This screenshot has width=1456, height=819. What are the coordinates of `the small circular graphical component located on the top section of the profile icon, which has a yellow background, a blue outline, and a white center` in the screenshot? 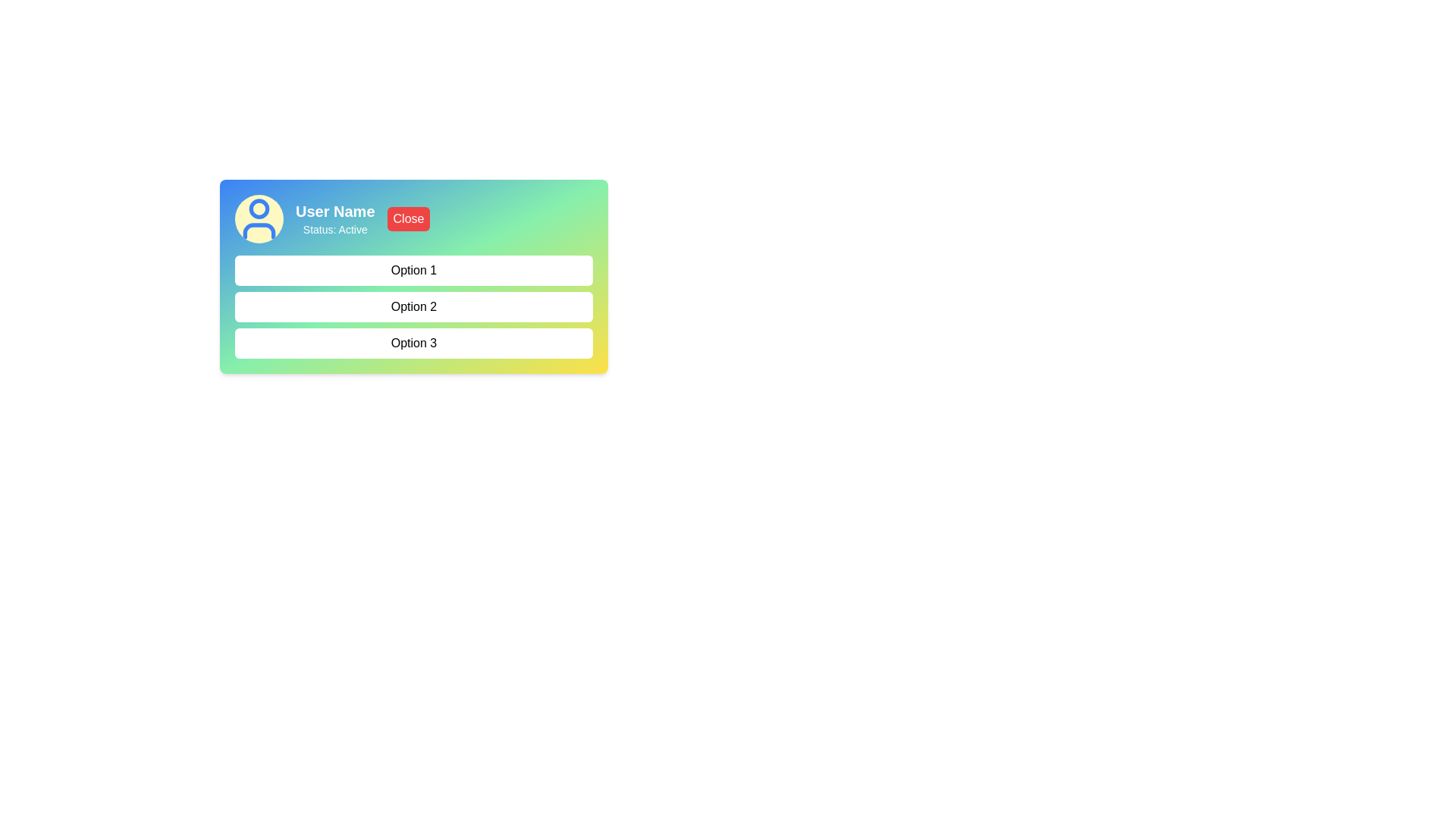 It's located at (259, 208).